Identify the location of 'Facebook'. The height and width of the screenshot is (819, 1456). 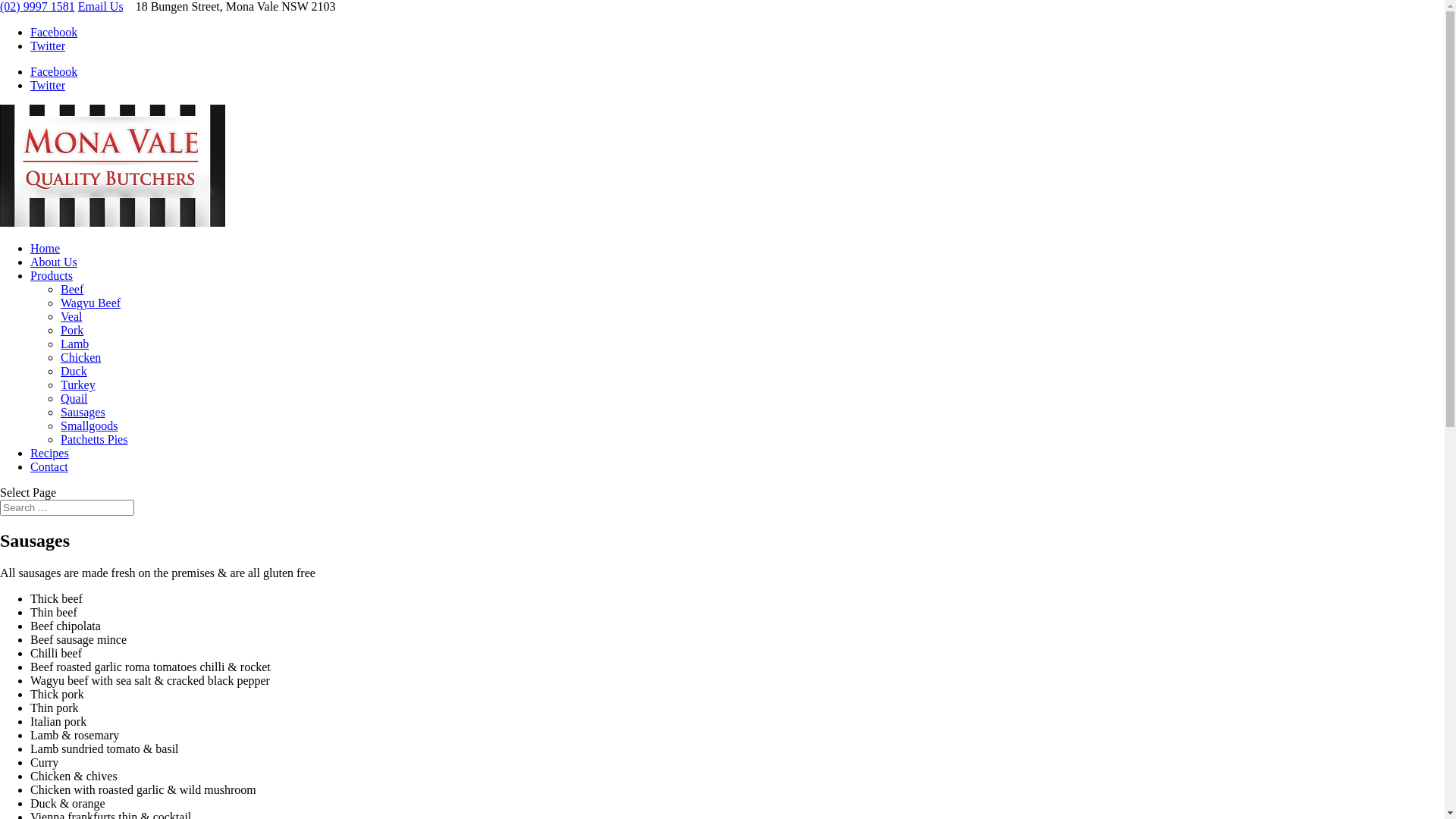
(54, 71).